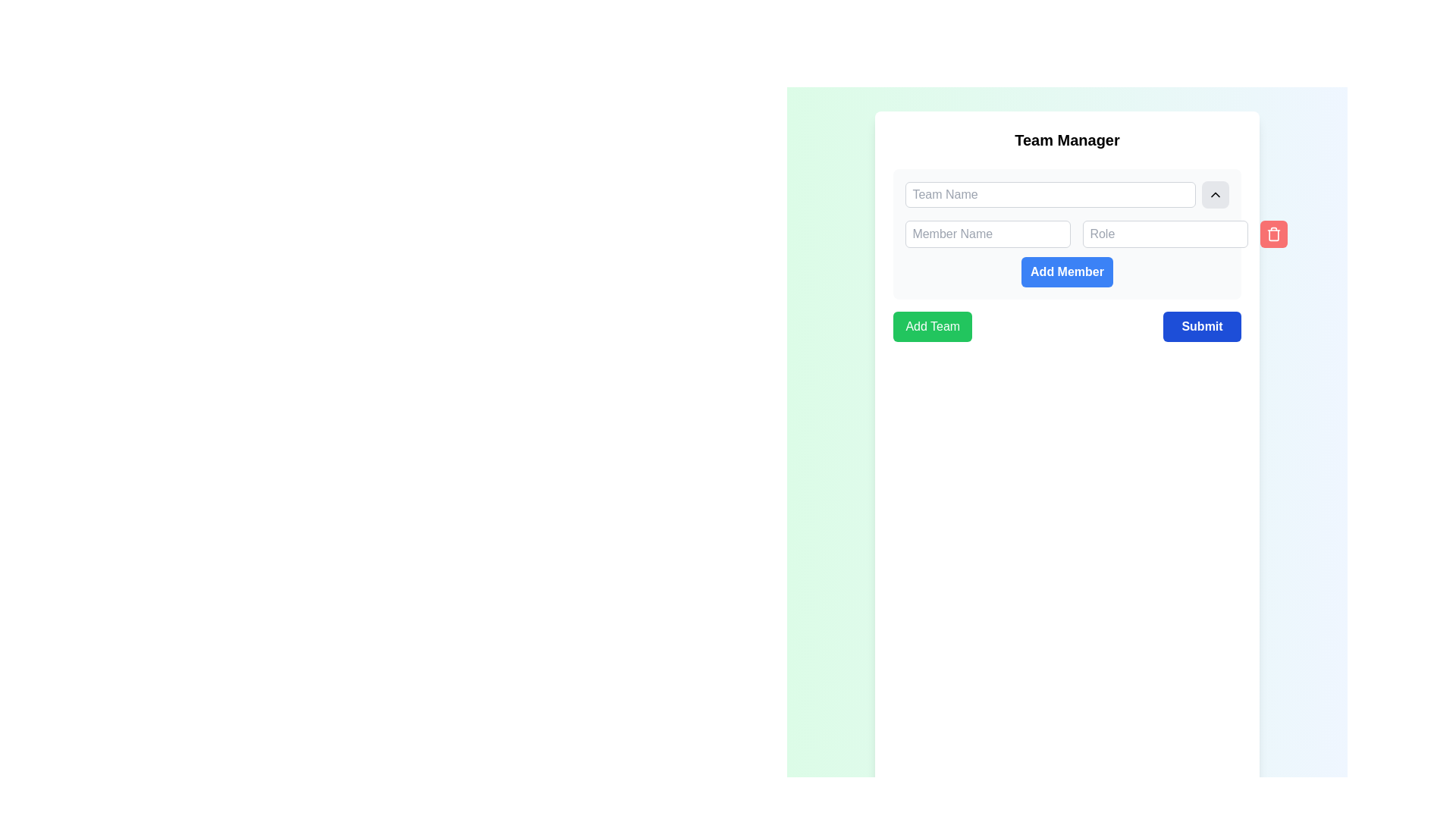  I want to click on the upward-pointing chevron icon, which is inside a small rectangular button located to the right of the 'Team Name' input field, so click(1215, 194).